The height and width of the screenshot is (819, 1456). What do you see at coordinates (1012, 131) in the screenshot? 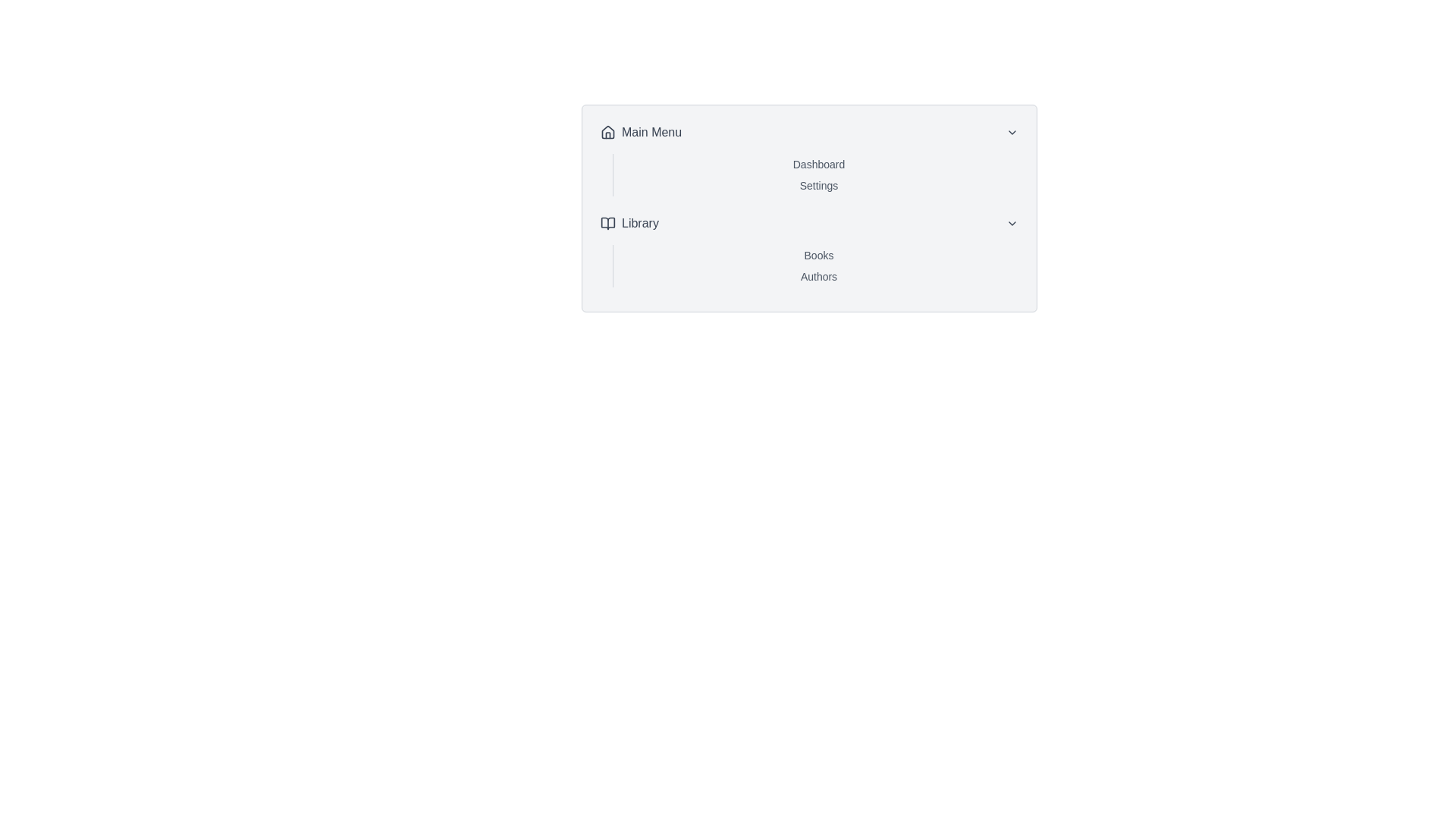
I see `the Chevron icon located beside the 'Main Menu' text` at bounding box center [1012, 131].